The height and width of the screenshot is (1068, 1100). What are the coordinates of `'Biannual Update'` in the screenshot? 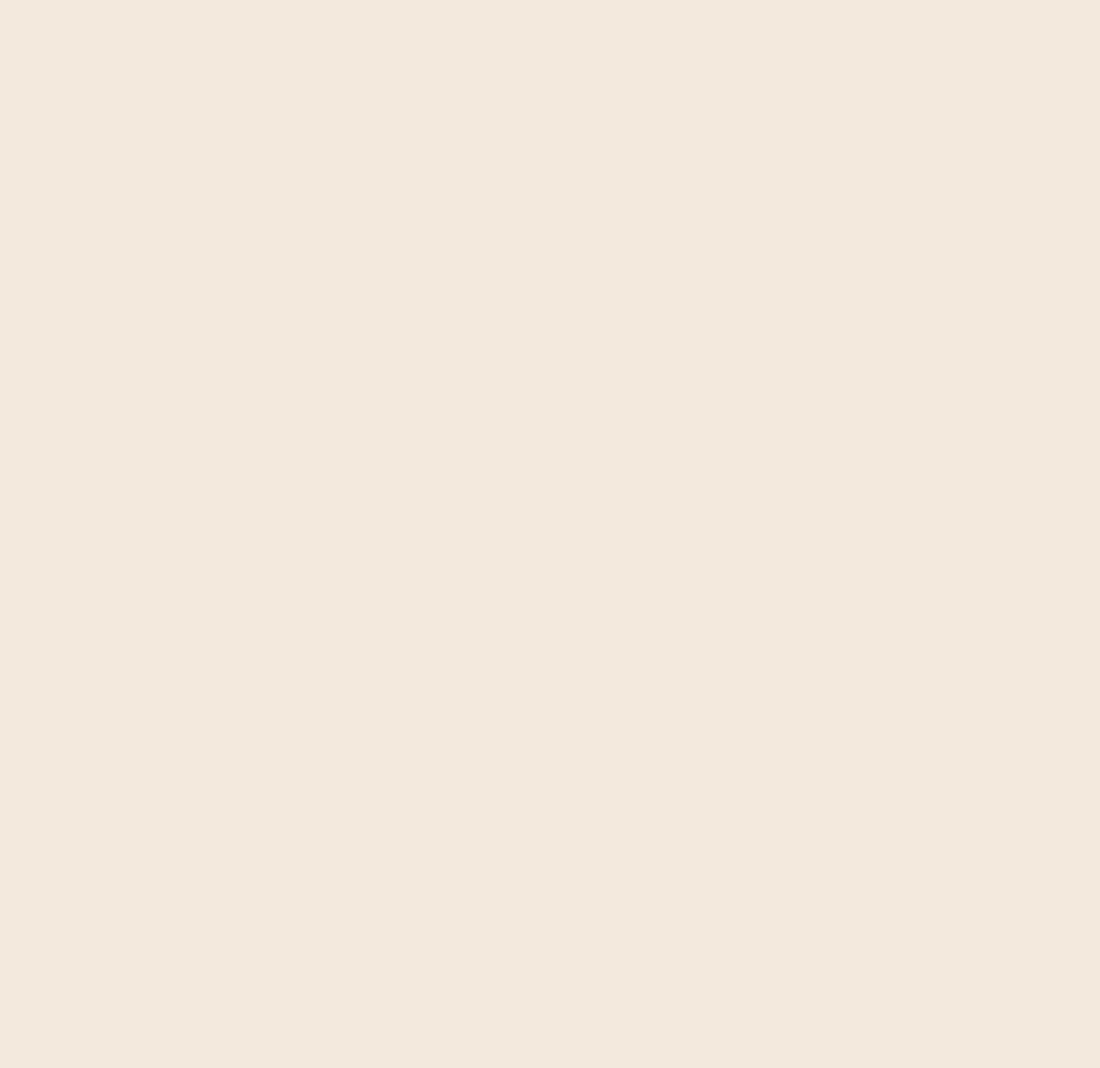 It's located at (850, 220).